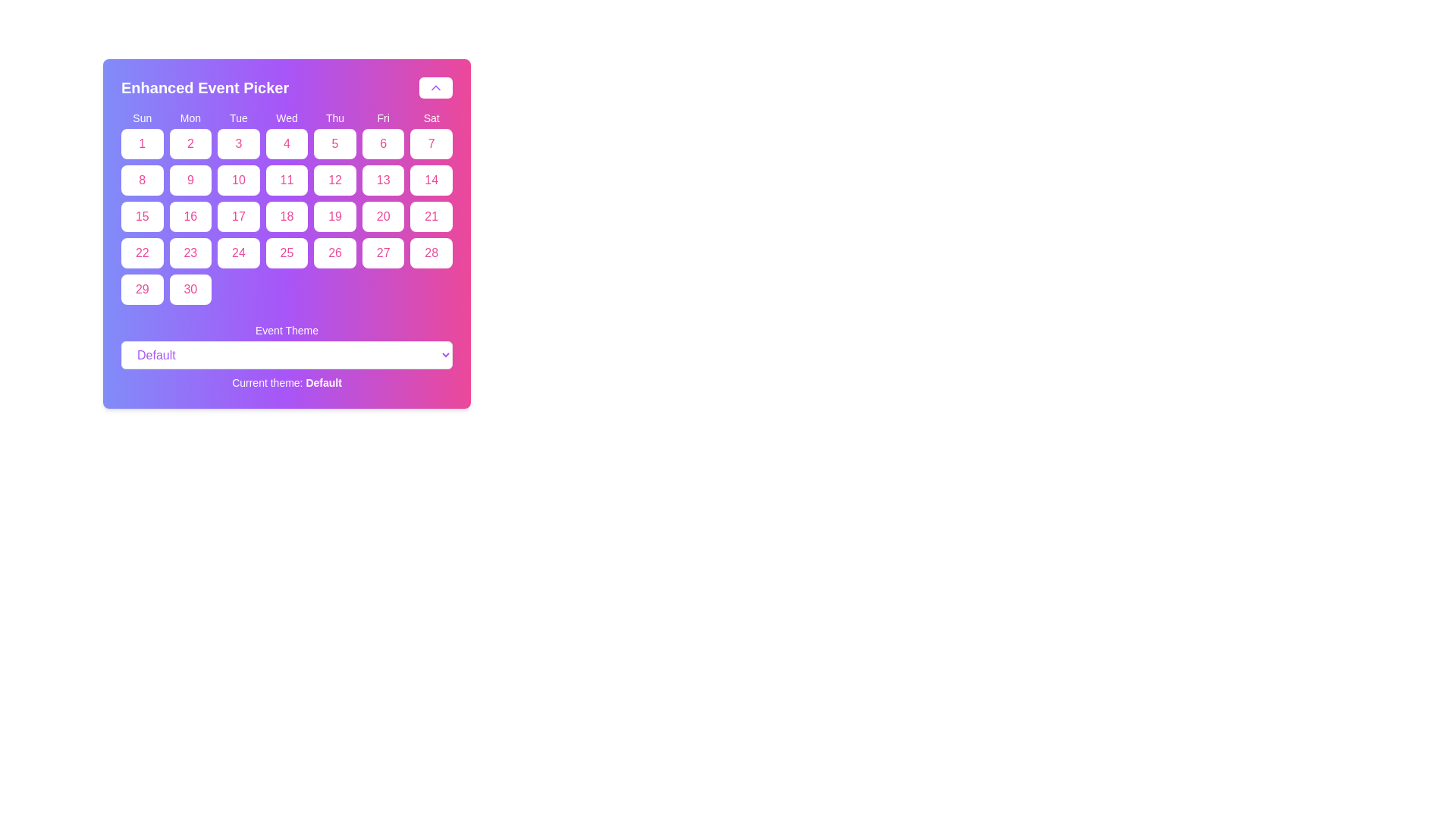 This screenshot has width=1456, height=819. I want to click on the selectable date button for the 22nd date in the calendar UI located at the fifth row and first column of the grid, so click(142, 253).